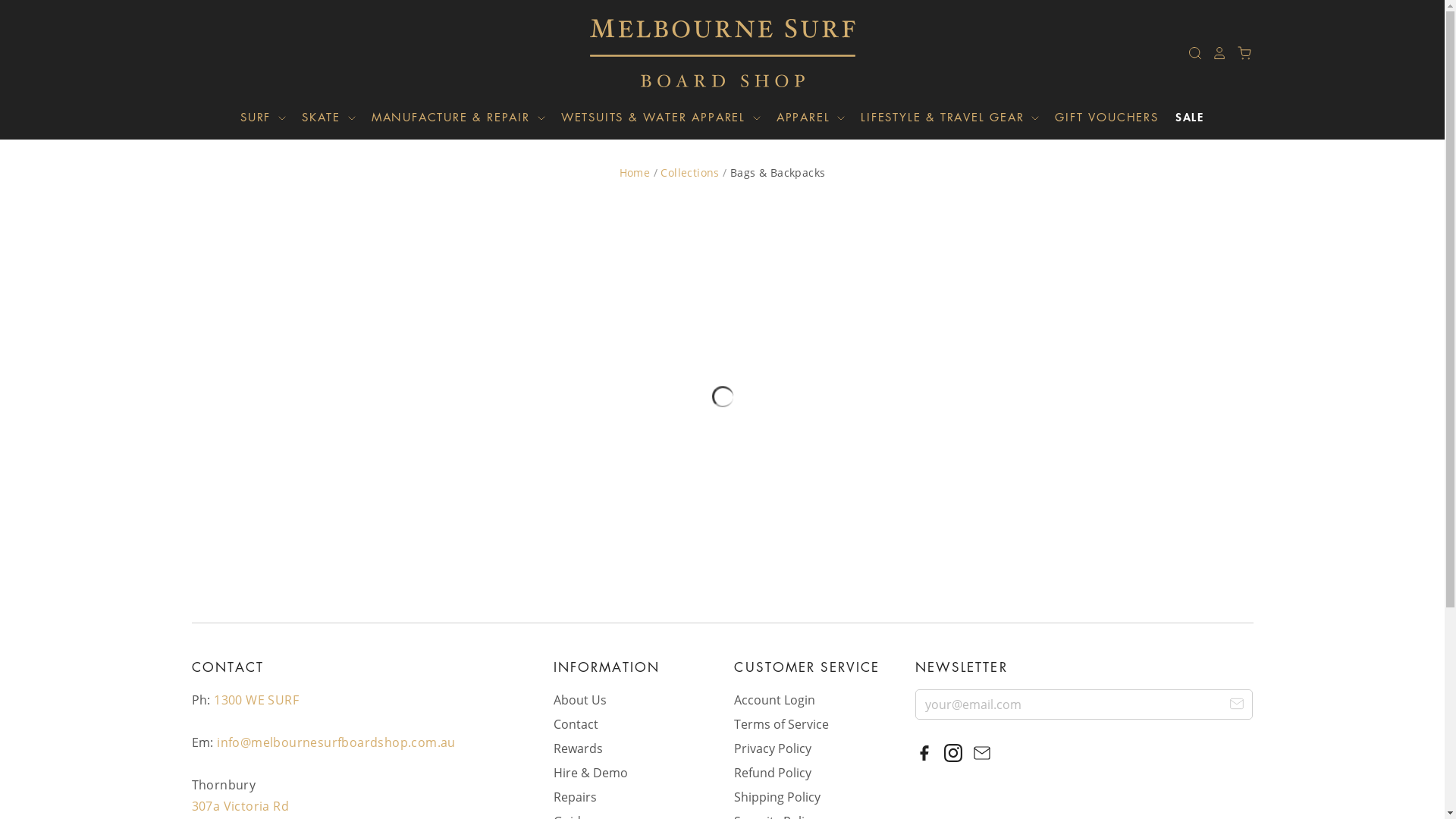 Image resolution: width=1456 pixels, height=819 pixels. What do you see at coordinates (574, 795) in the screenshot?
I see `'Repairs'` at bounding box center [574, 795].